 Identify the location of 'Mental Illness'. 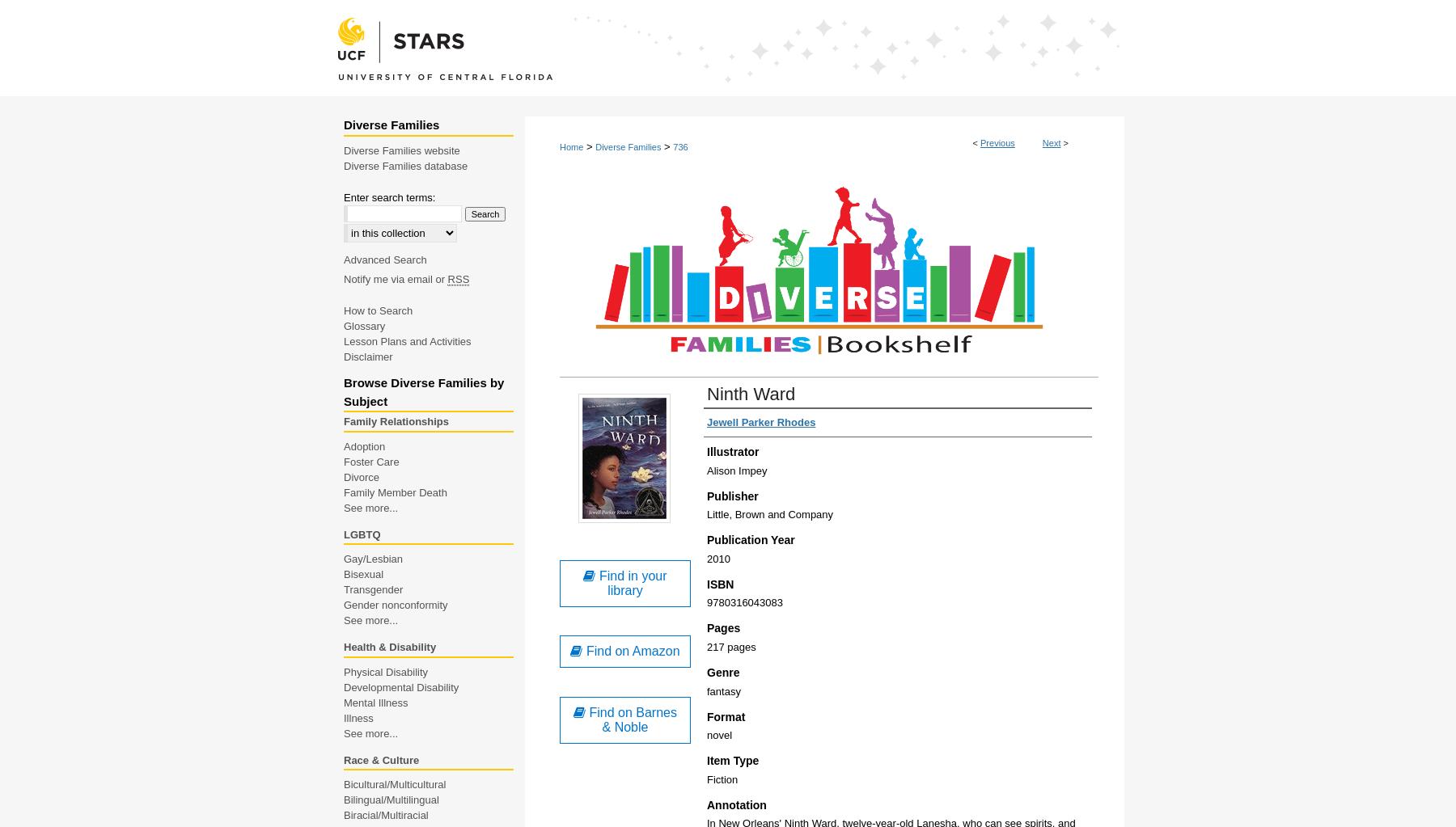
(375, 702).